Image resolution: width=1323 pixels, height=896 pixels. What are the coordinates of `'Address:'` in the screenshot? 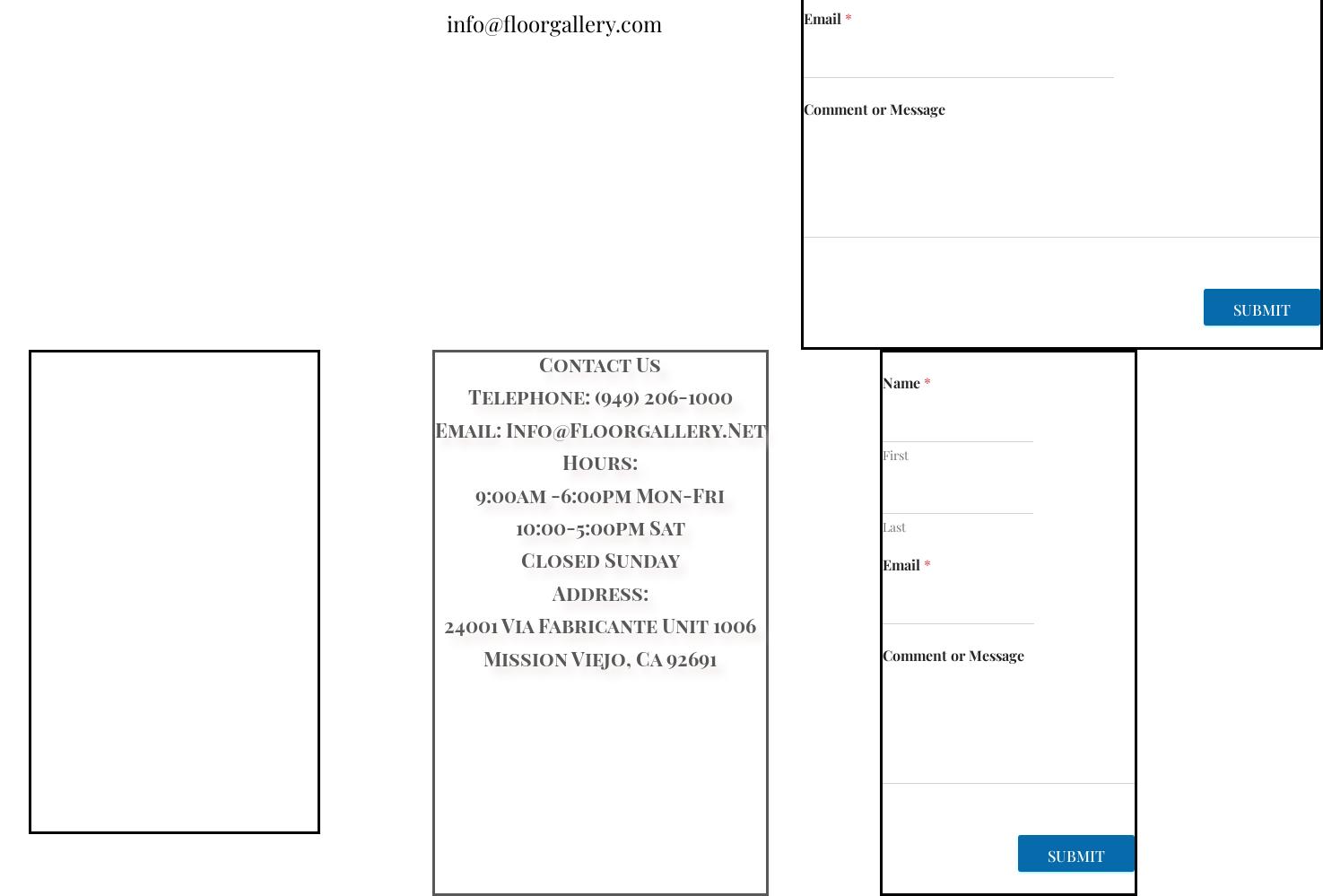 It's located at (550, 591).